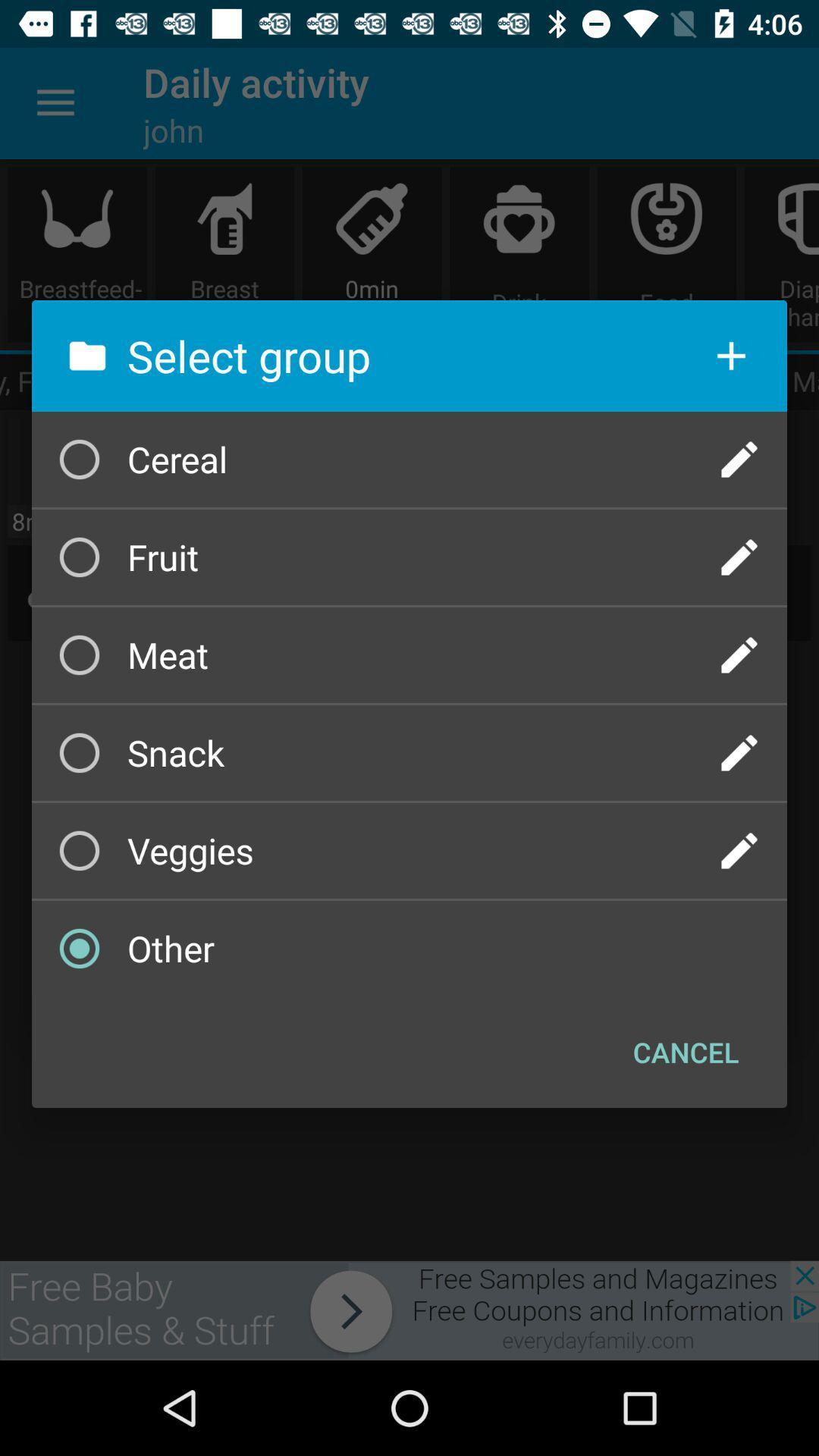 This screenshot has height=1456, width=819. Describe the element at coordinates (739, 655) in the screenshot. I see `log what meat is eaten` at that location.